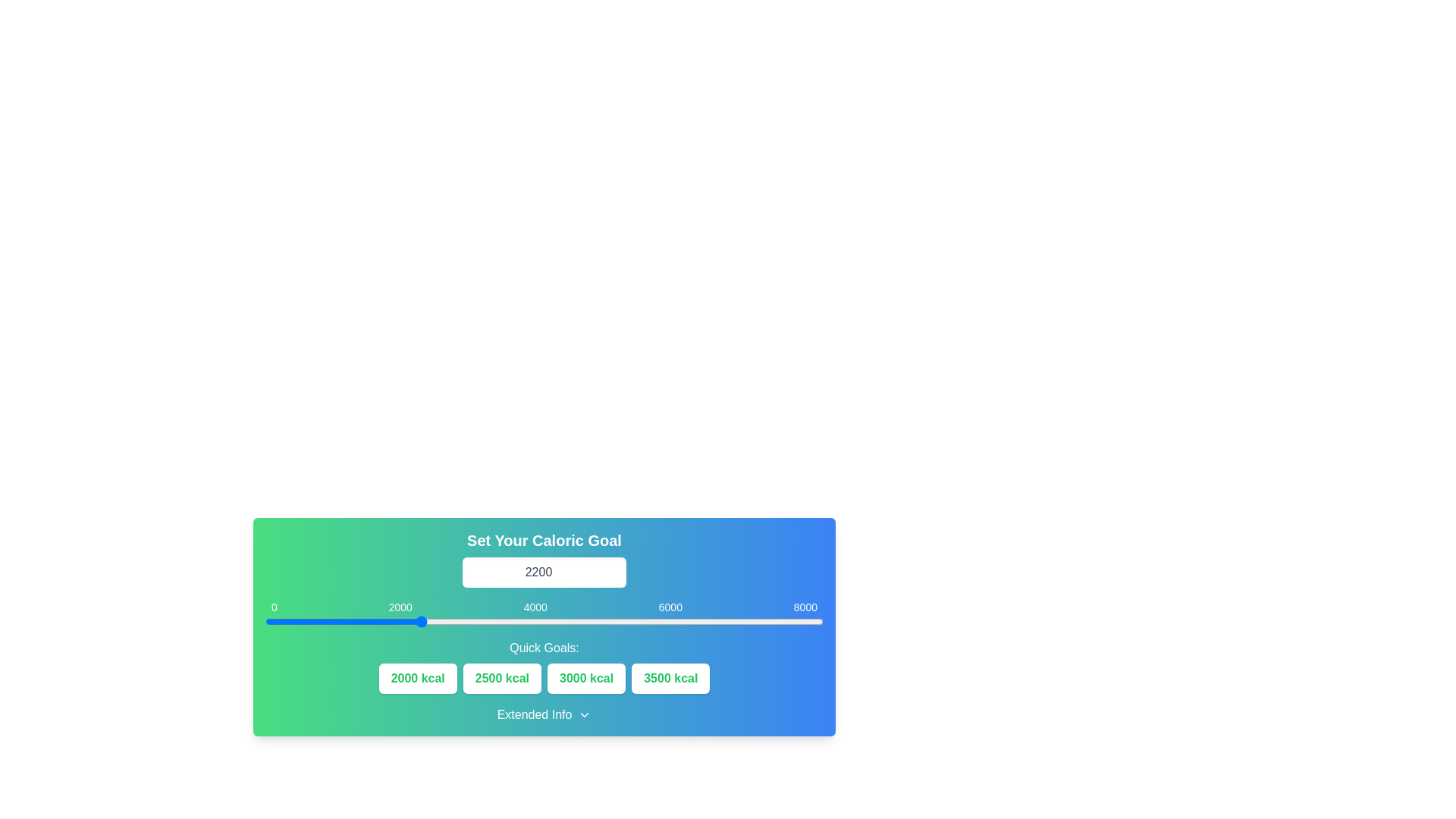  I want to click on caloric goal, so click(687, 622).